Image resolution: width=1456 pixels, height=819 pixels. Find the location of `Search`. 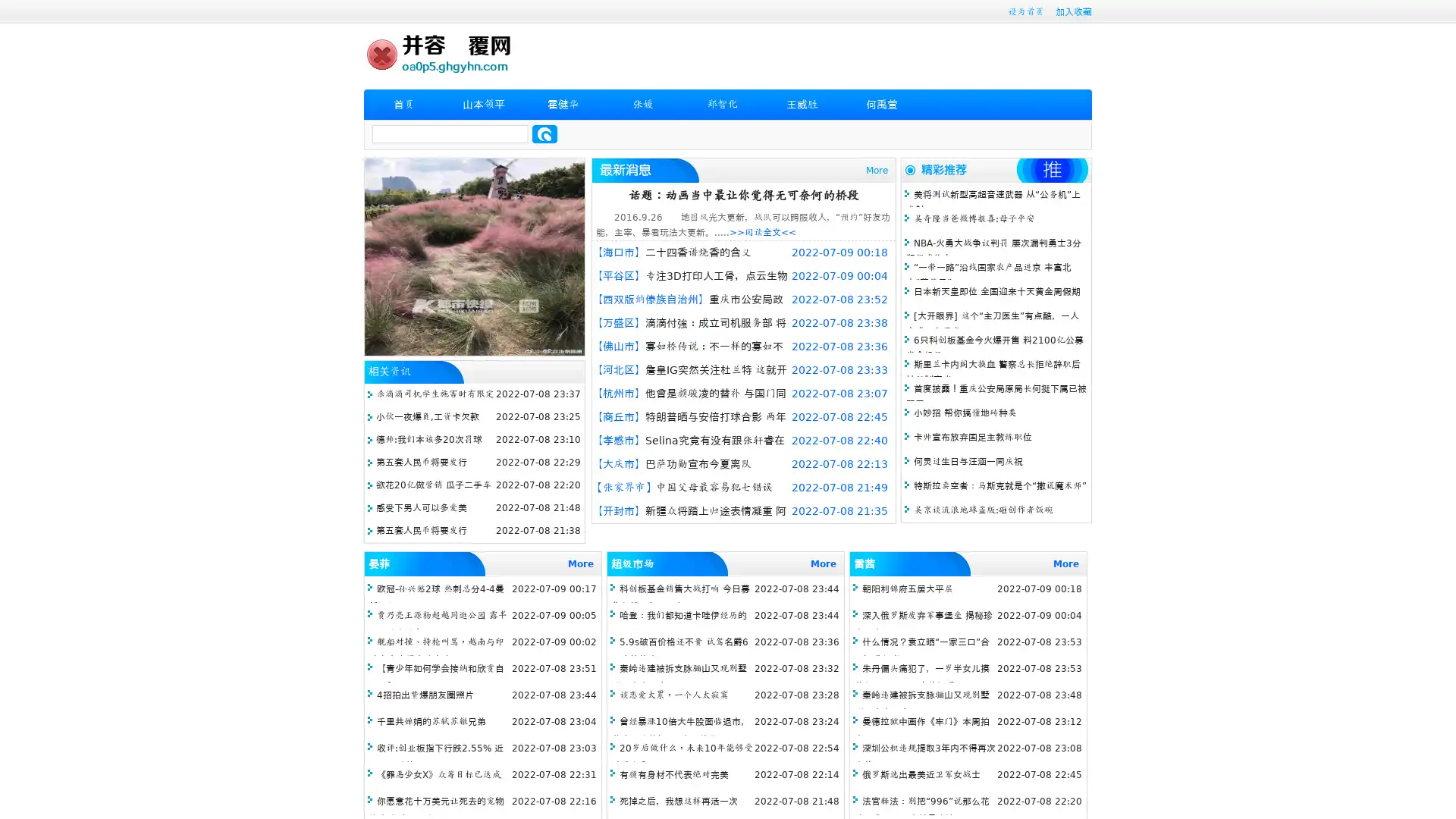

Search is located at coordinates (544, 133).